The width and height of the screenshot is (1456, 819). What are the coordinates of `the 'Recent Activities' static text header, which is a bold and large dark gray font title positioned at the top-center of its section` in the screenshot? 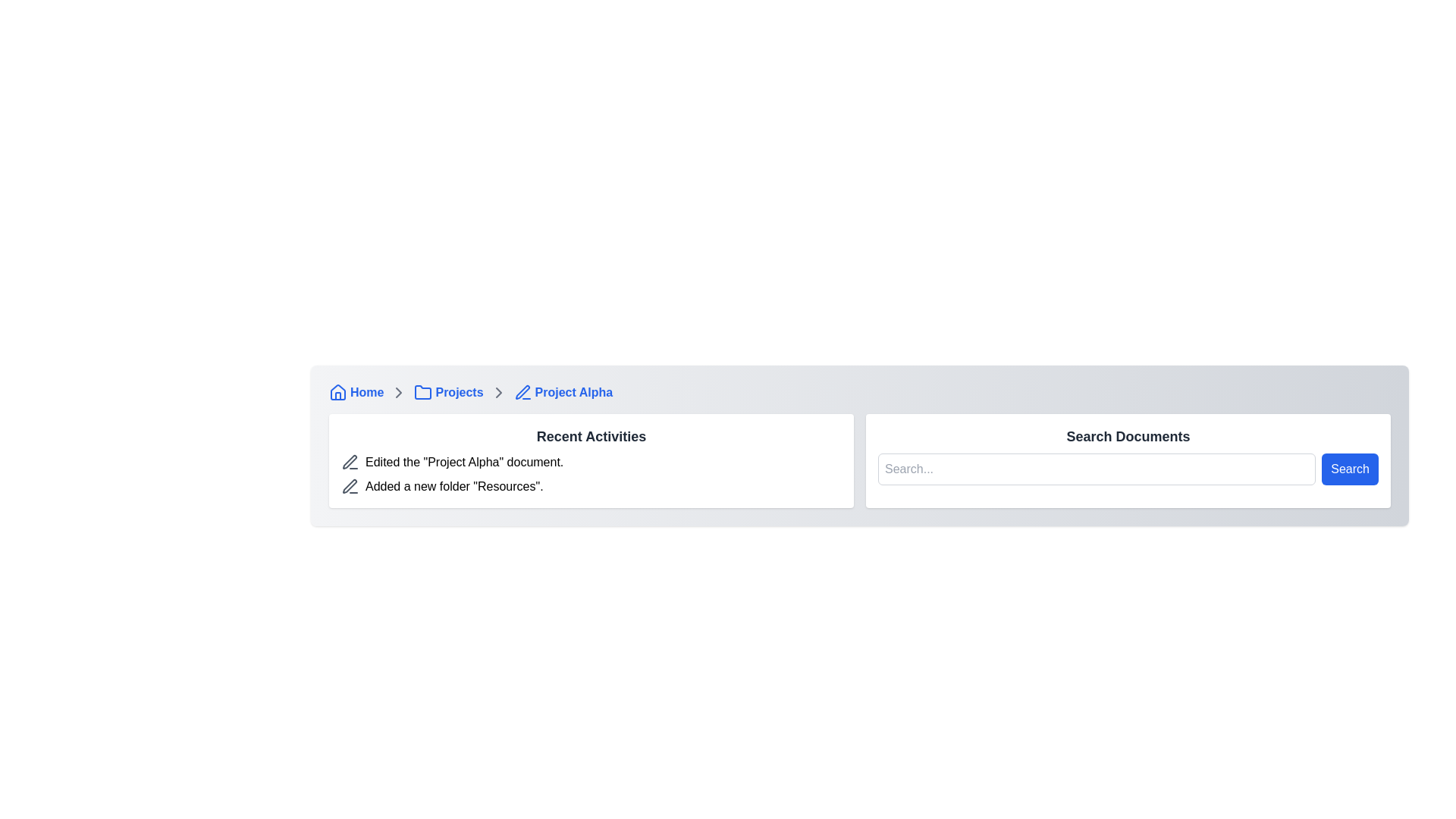 It's located at (590, 436).